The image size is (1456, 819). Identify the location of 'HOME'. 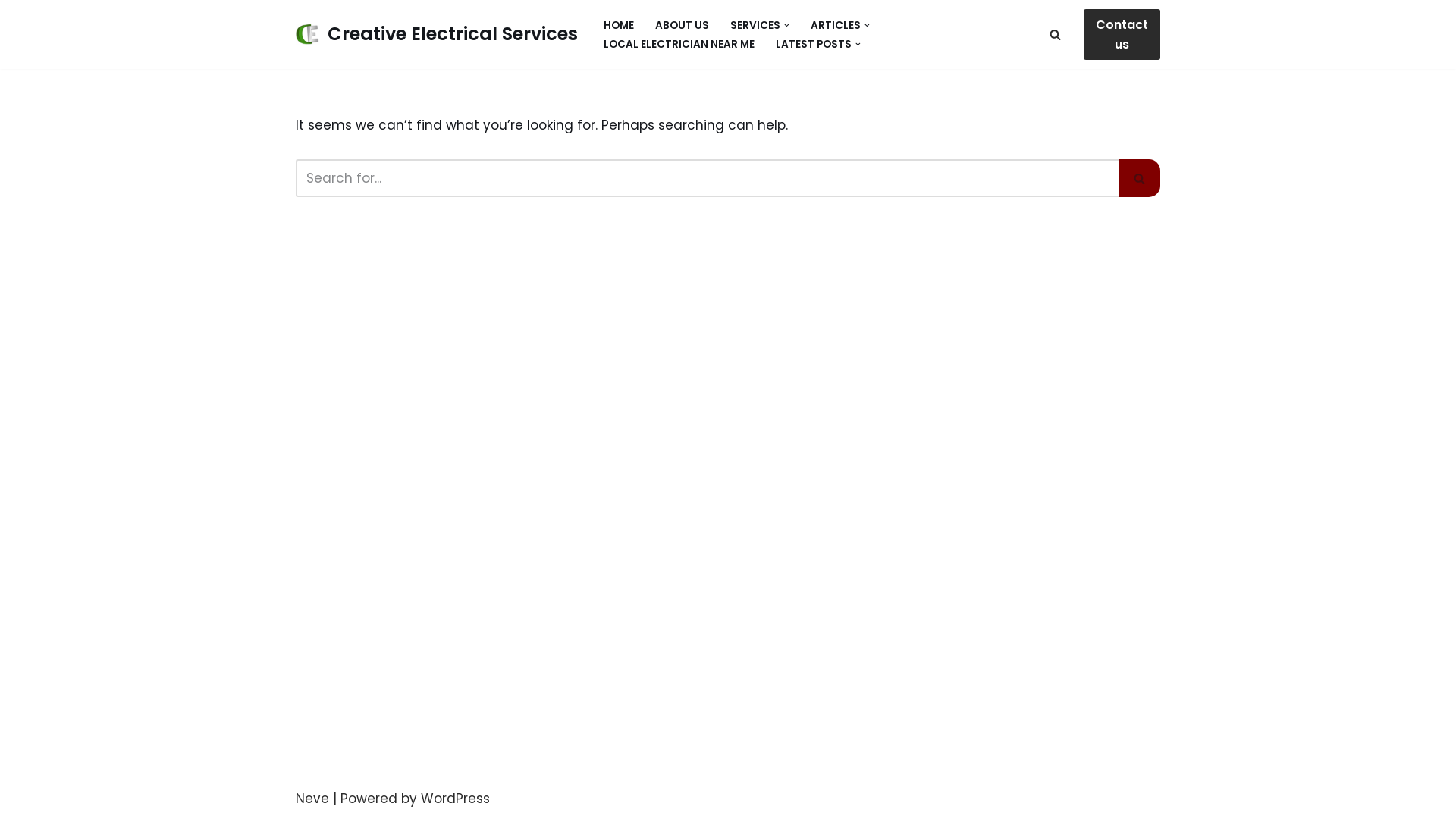
(619, 25).